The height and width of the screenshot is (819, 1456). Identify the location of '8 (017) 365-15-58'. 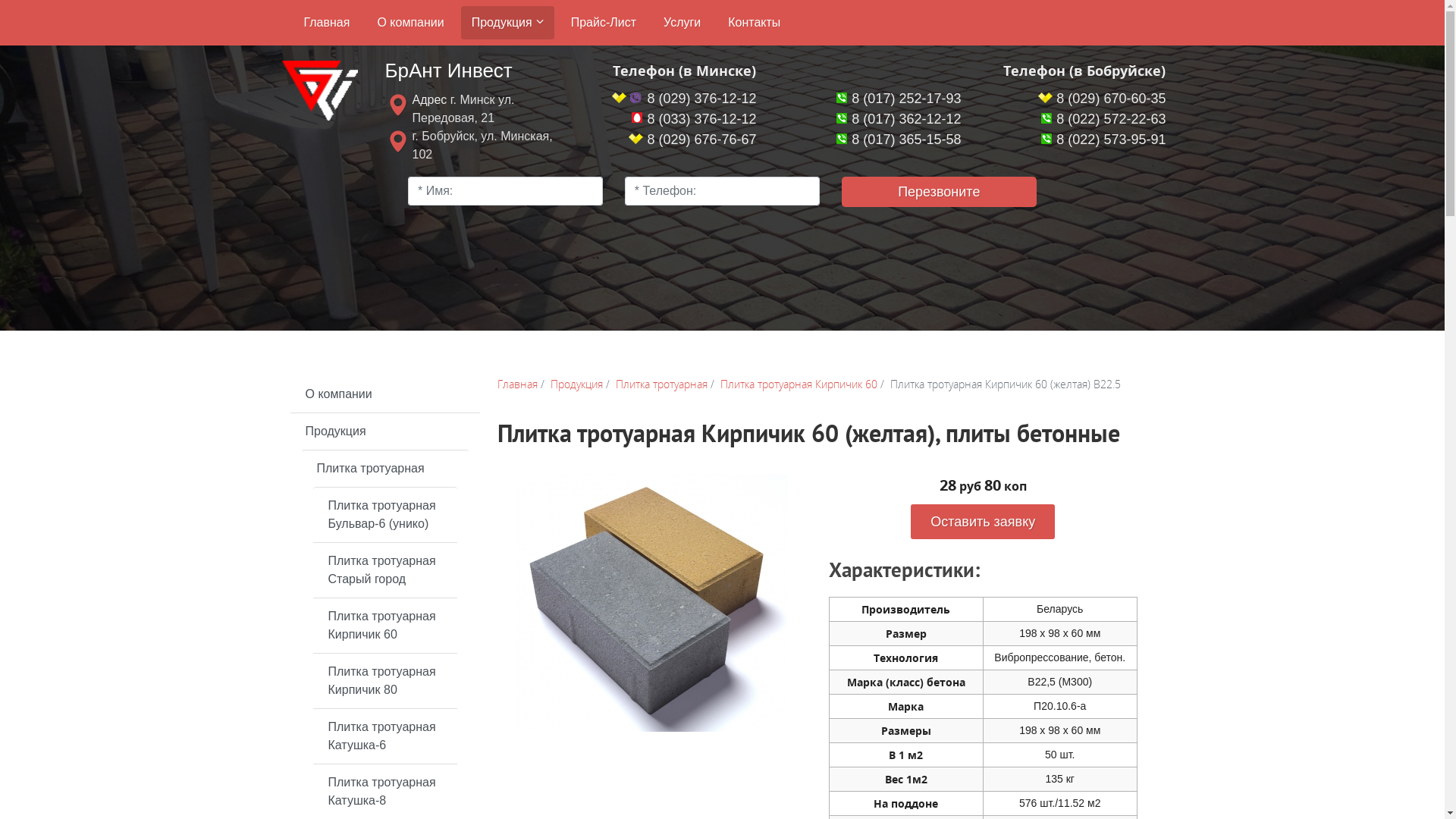
(899, 140).